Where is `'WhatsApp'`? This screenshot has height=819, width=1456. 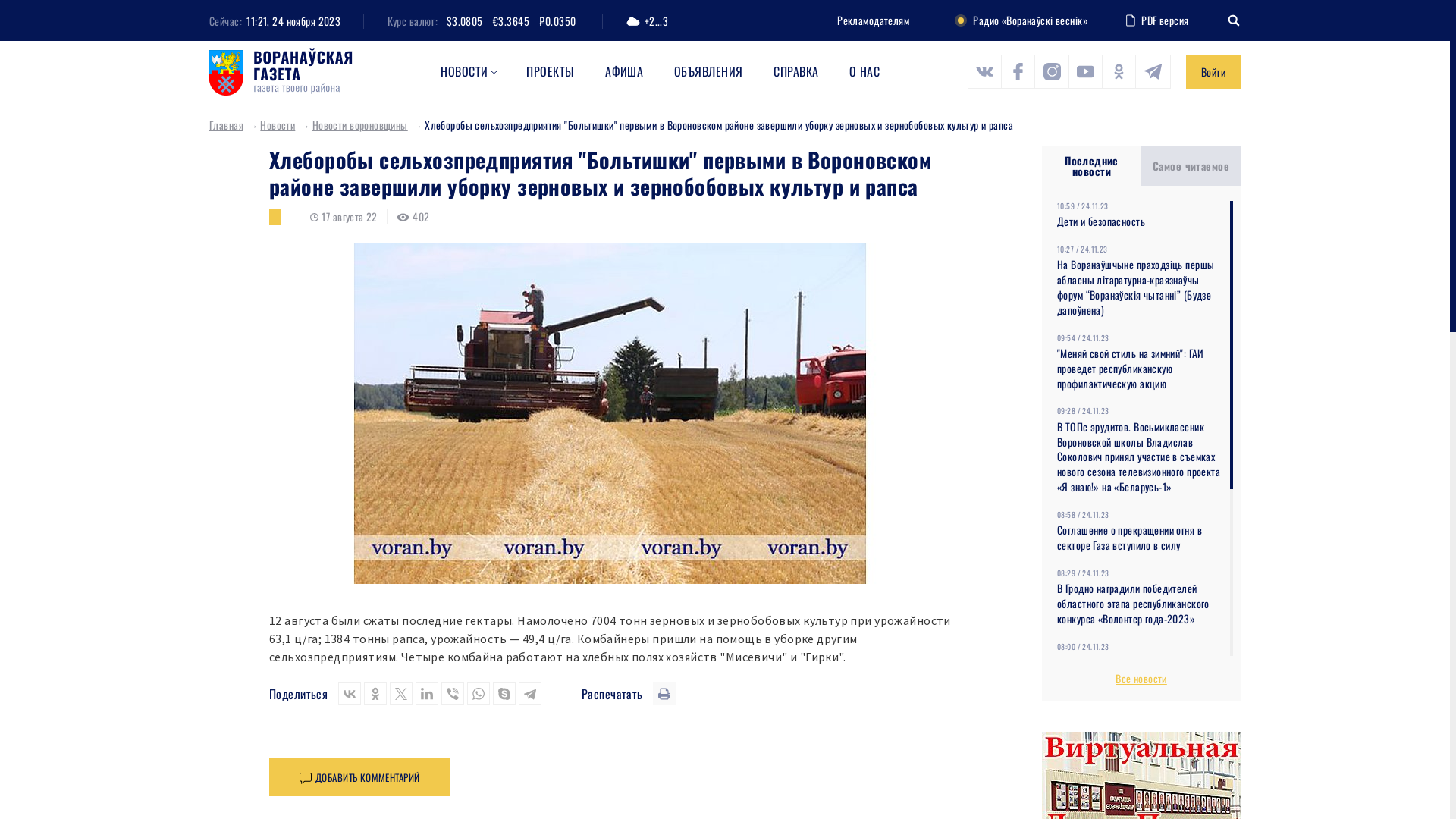 'WhatsApp' is located at coordinates (477, 693).